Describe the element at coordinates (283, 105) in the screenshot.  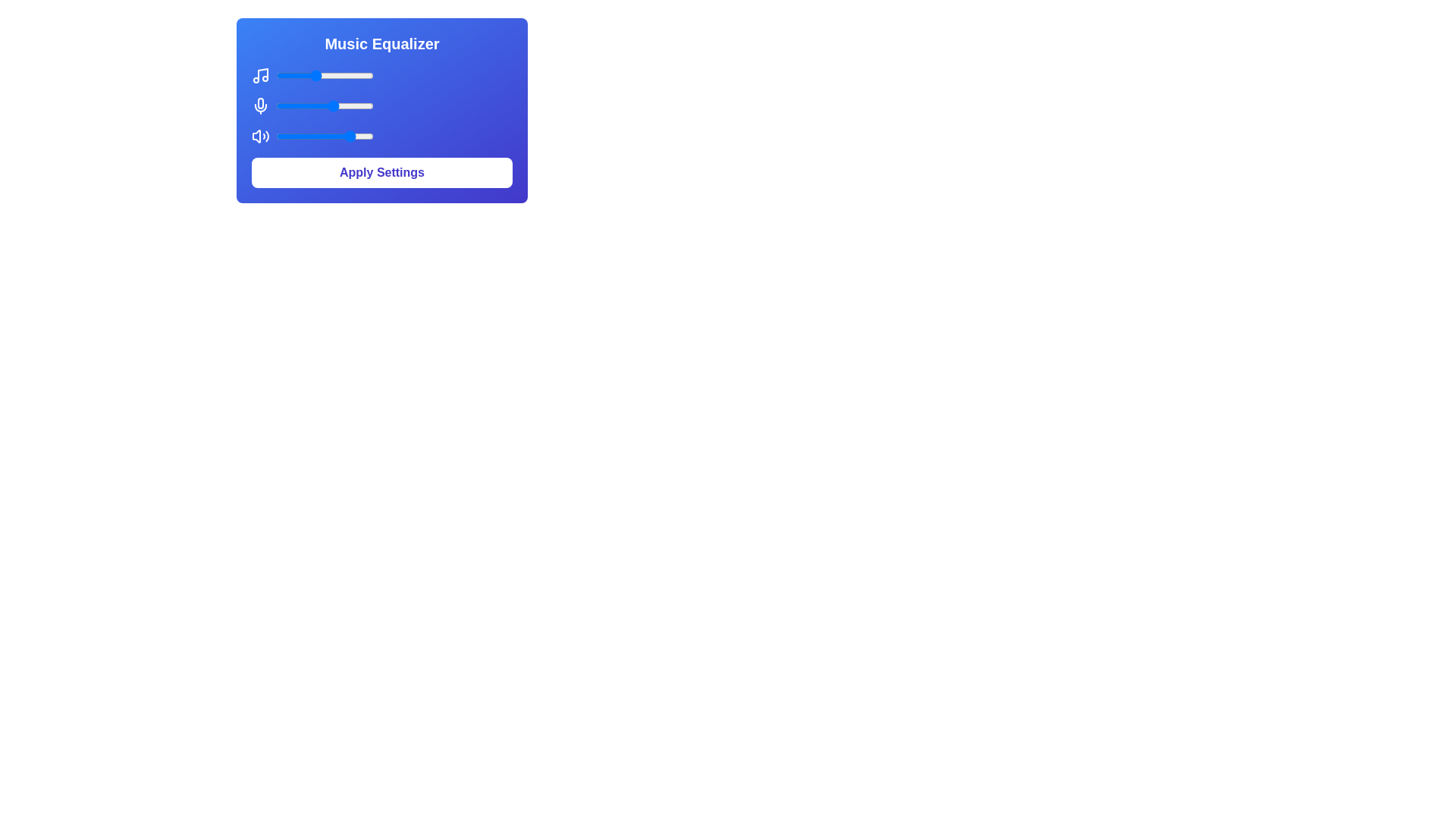
I see `the slider` at that location.